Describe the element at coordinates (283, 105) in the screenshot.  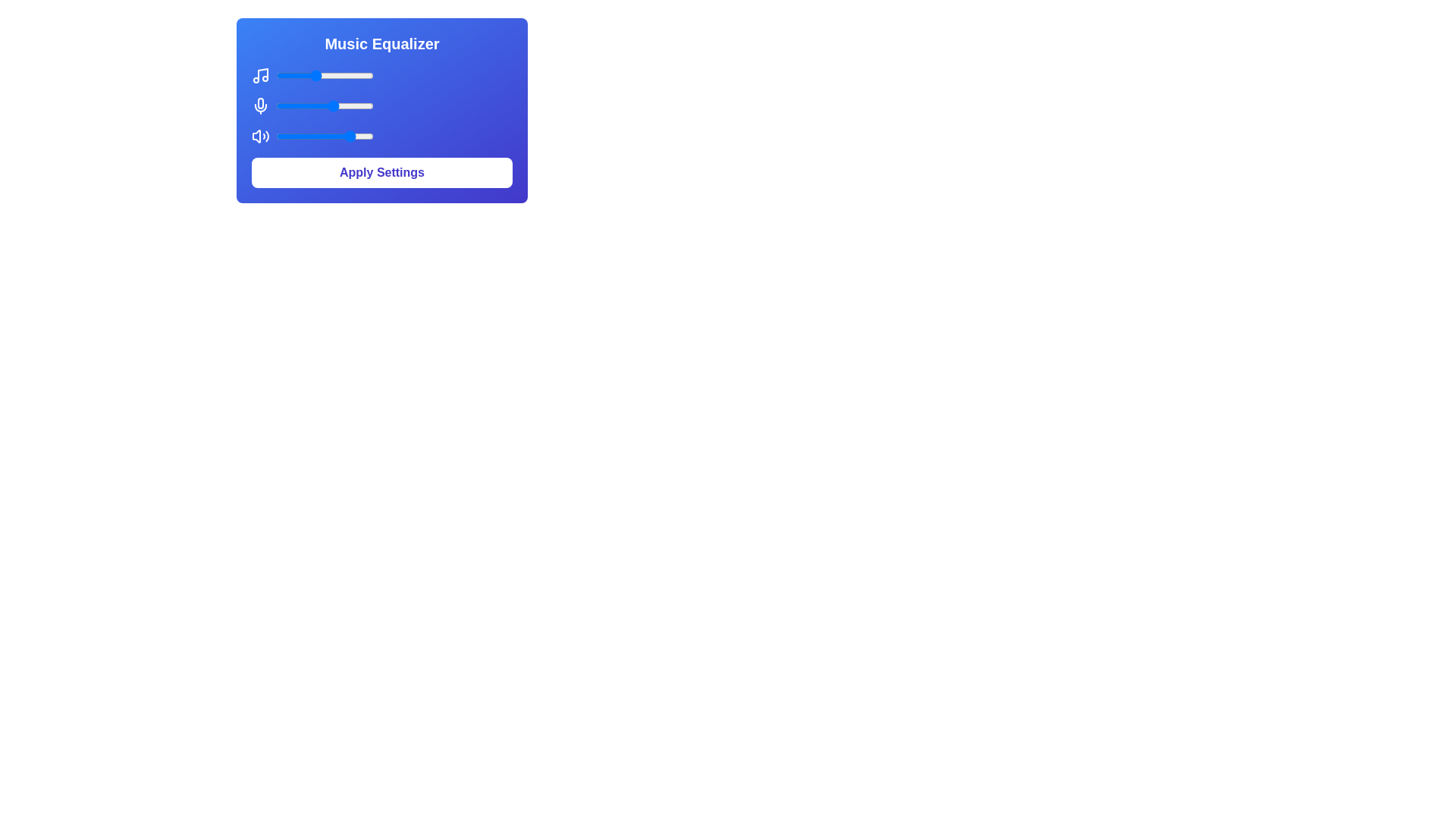
I see `the slider` at that location.